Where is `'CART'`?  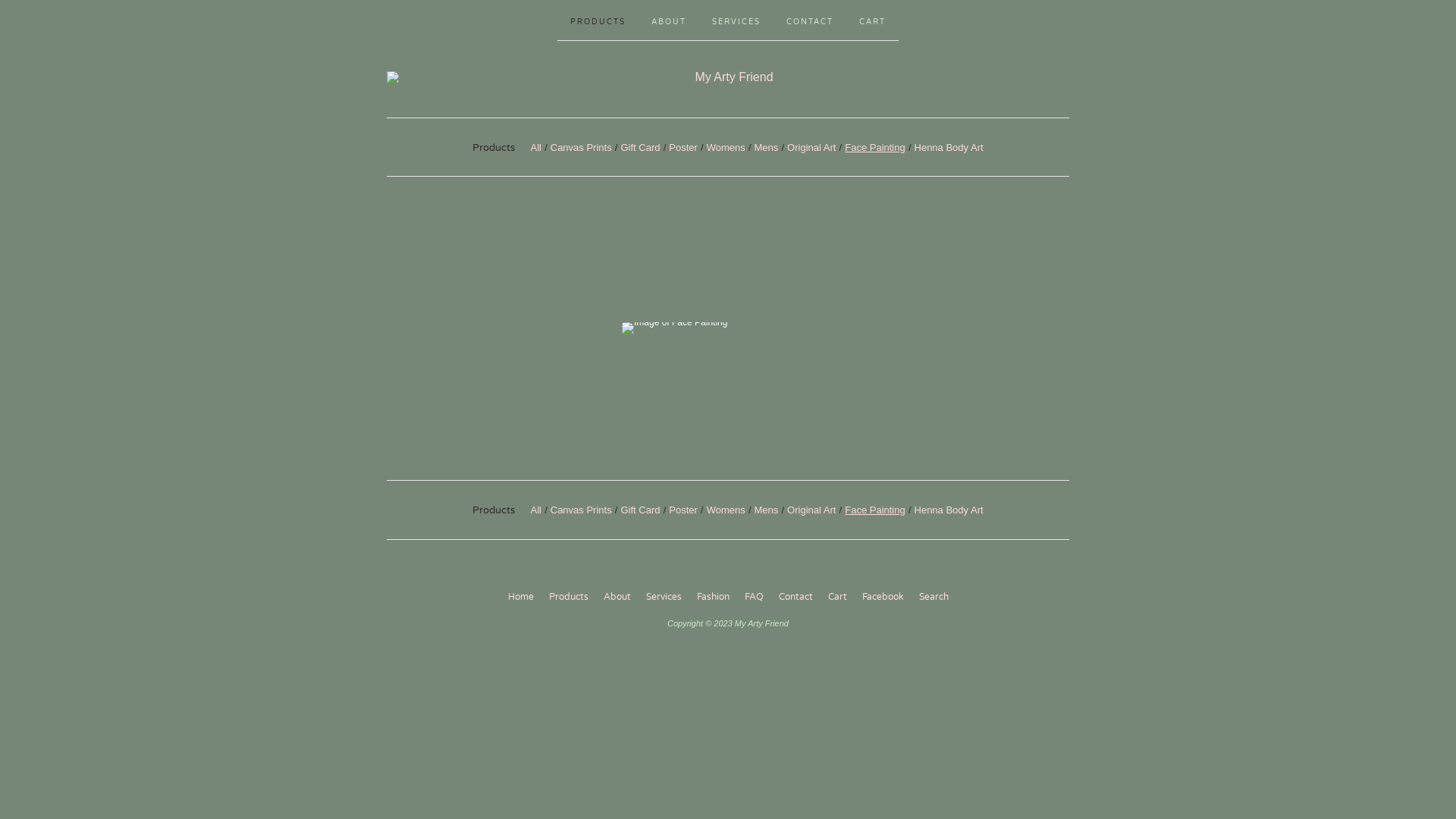
'CART' is located at coordinates (872, 20).